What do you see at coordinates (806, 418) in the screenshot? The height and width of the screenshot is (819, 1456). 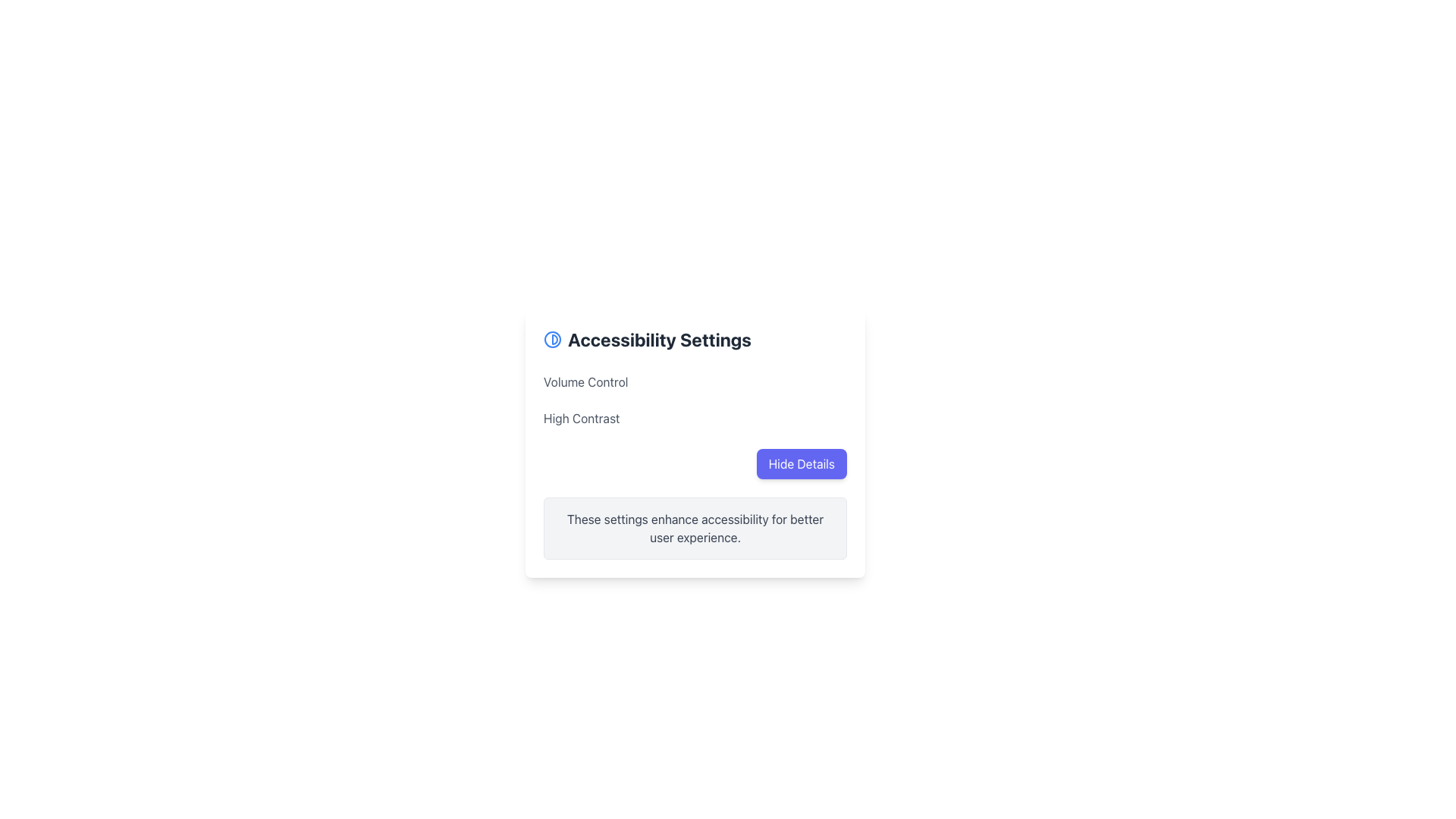 I see `the interactive button used to toggle the 'High Contrast' feature` at bounding box center [806, 418].